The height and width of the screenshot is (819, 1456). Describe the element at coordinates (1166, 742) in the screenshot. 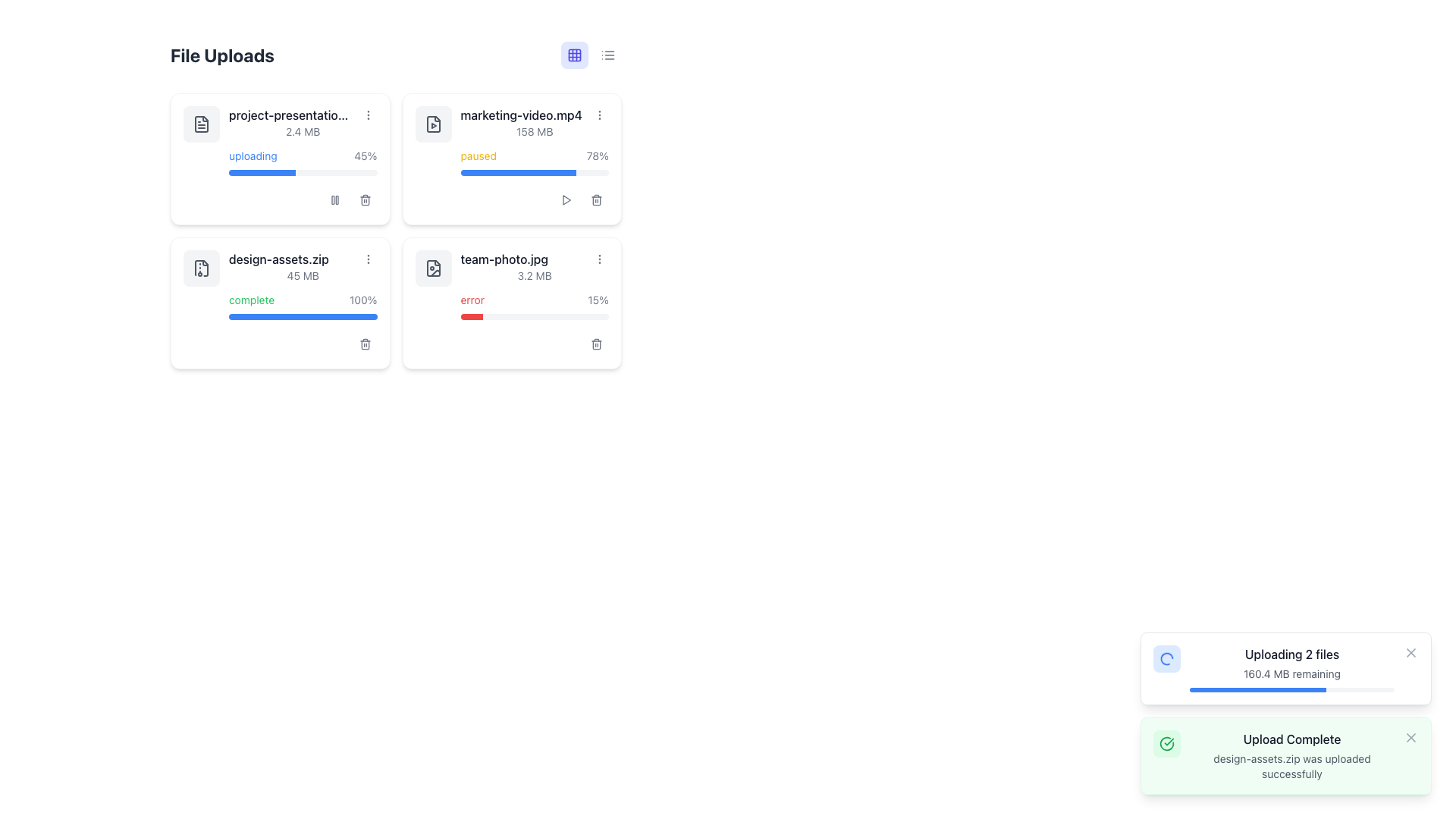

I see `the circular green checkmark icon located in the bottom notification area next to the 'Upload Complete' message` at that location.